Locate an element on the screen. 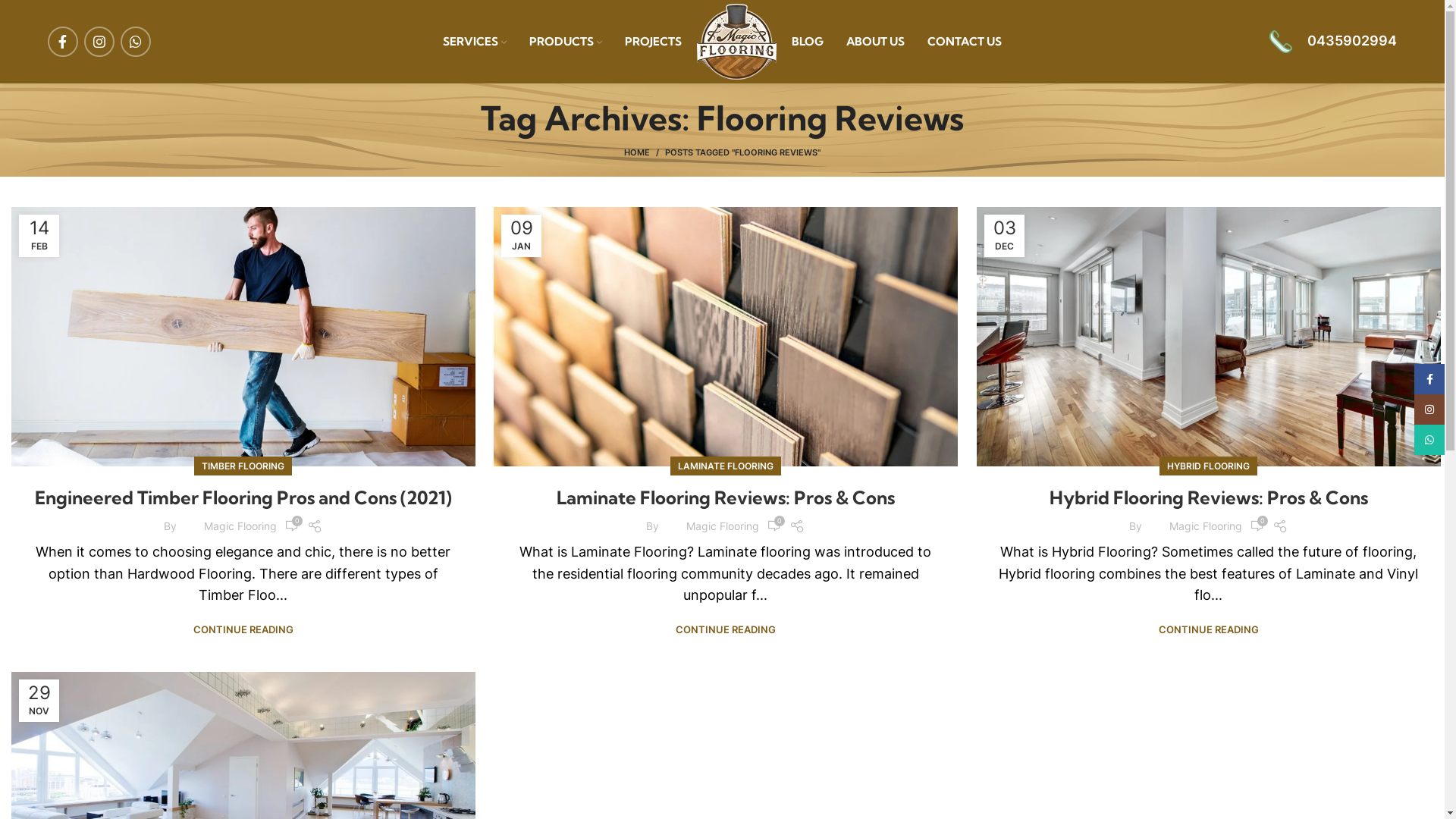  'LAMINATE FLOORING' is located at coordinates (676, 465).